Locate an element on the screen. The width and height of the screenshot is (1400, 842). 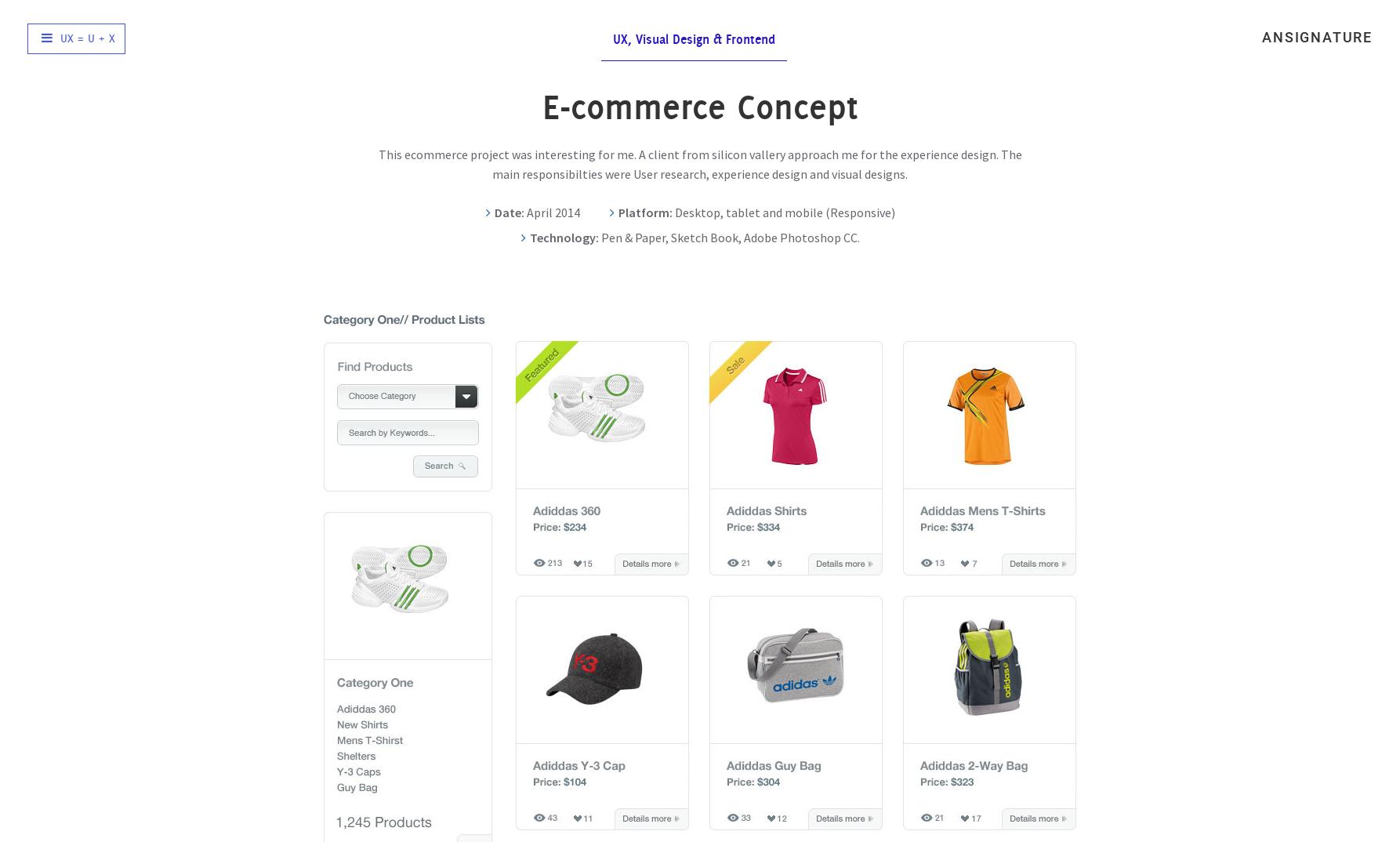
'E-commerce Concept' is located at coordinates (698, 105).